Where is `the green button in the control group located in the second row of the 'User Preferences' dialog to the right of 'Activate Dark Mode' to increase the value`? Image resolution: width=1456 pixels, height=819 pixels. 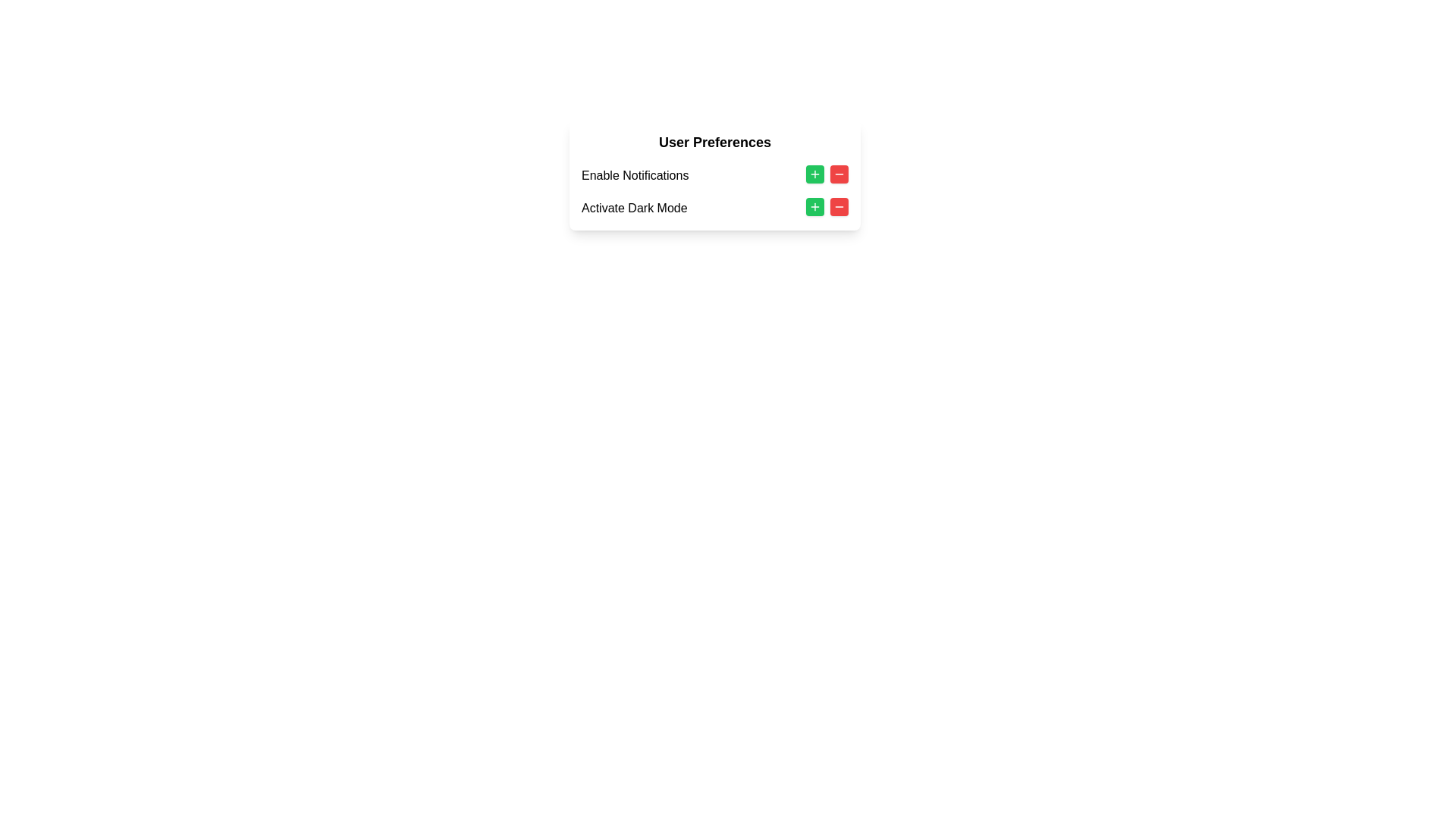 the green button in the control group located in the second row of the 'User Preferences' dialog to the right of 'Activate Dark Mode' to increase the value is located at coordinates (826, 207).